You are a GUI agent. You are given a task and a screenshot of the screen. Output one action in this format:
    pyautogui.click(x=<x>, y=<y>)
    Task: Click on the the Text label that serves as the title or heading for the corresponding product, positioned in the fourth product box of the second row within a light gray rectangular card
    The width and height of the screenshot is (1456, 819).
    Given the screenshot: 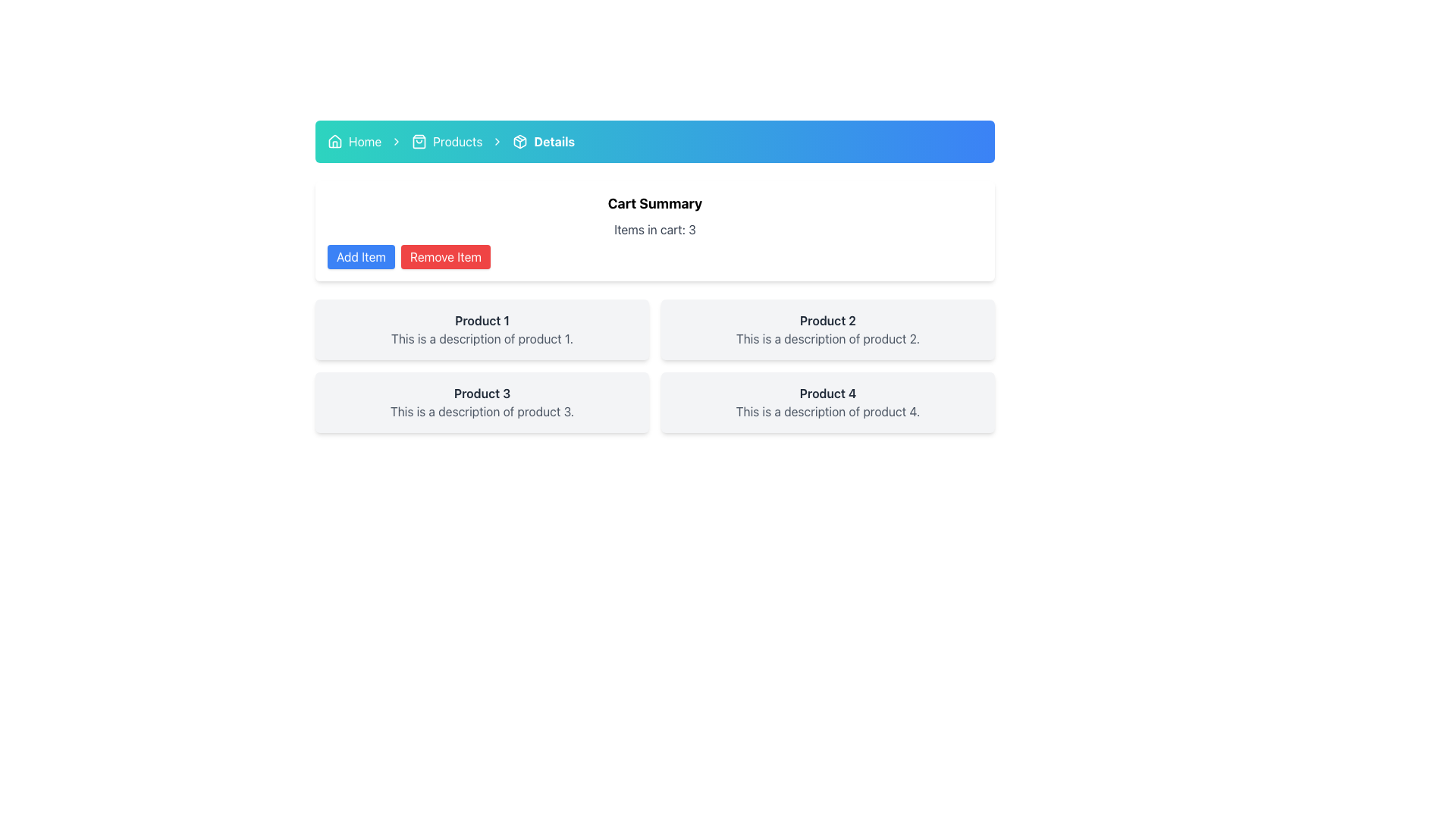 What is the action you would take?
    pyautogui.click(x=827, y=393)
    